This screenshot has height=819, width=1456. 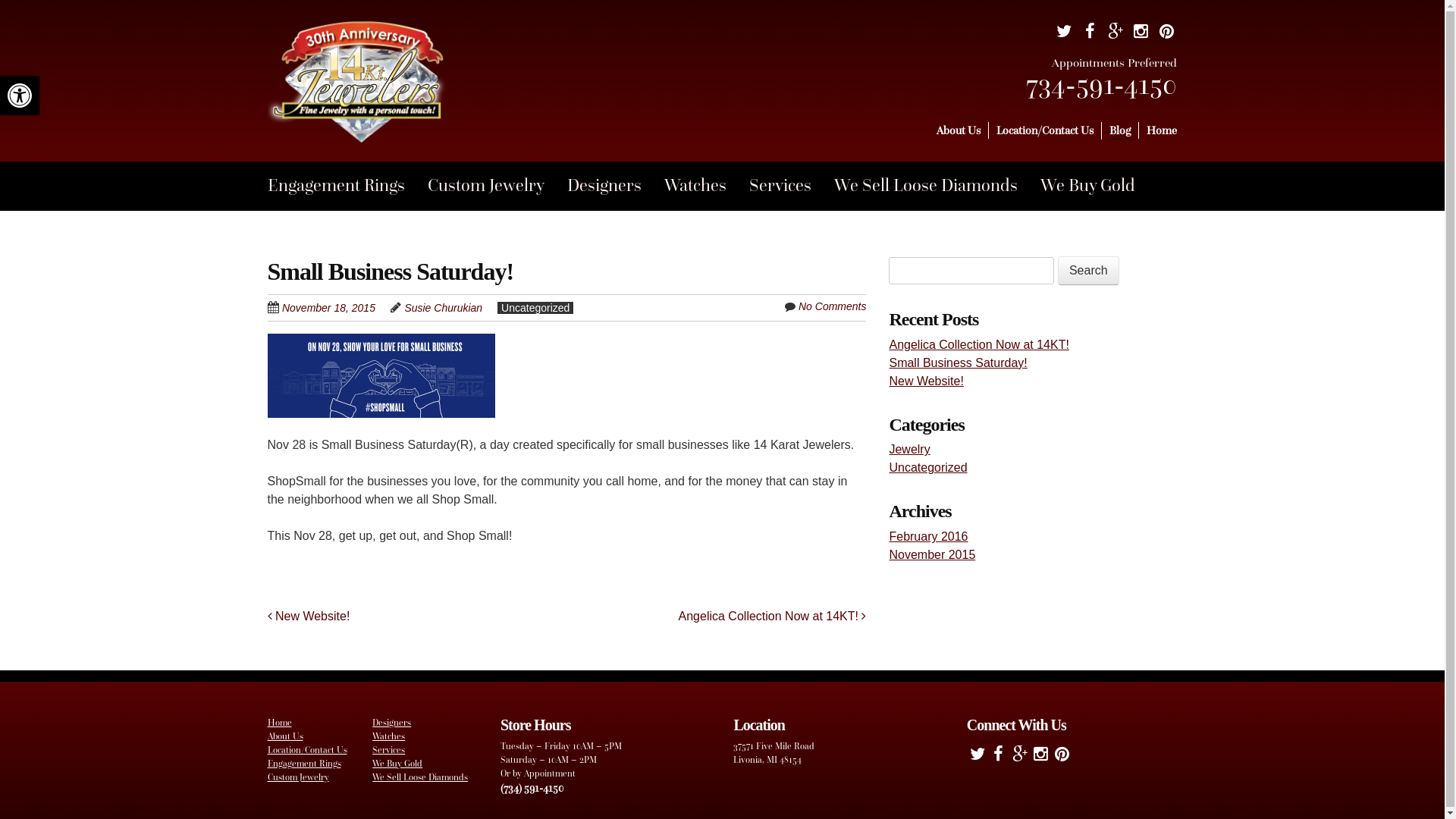 I want to click on 'Services', so click(x=388, y=748).